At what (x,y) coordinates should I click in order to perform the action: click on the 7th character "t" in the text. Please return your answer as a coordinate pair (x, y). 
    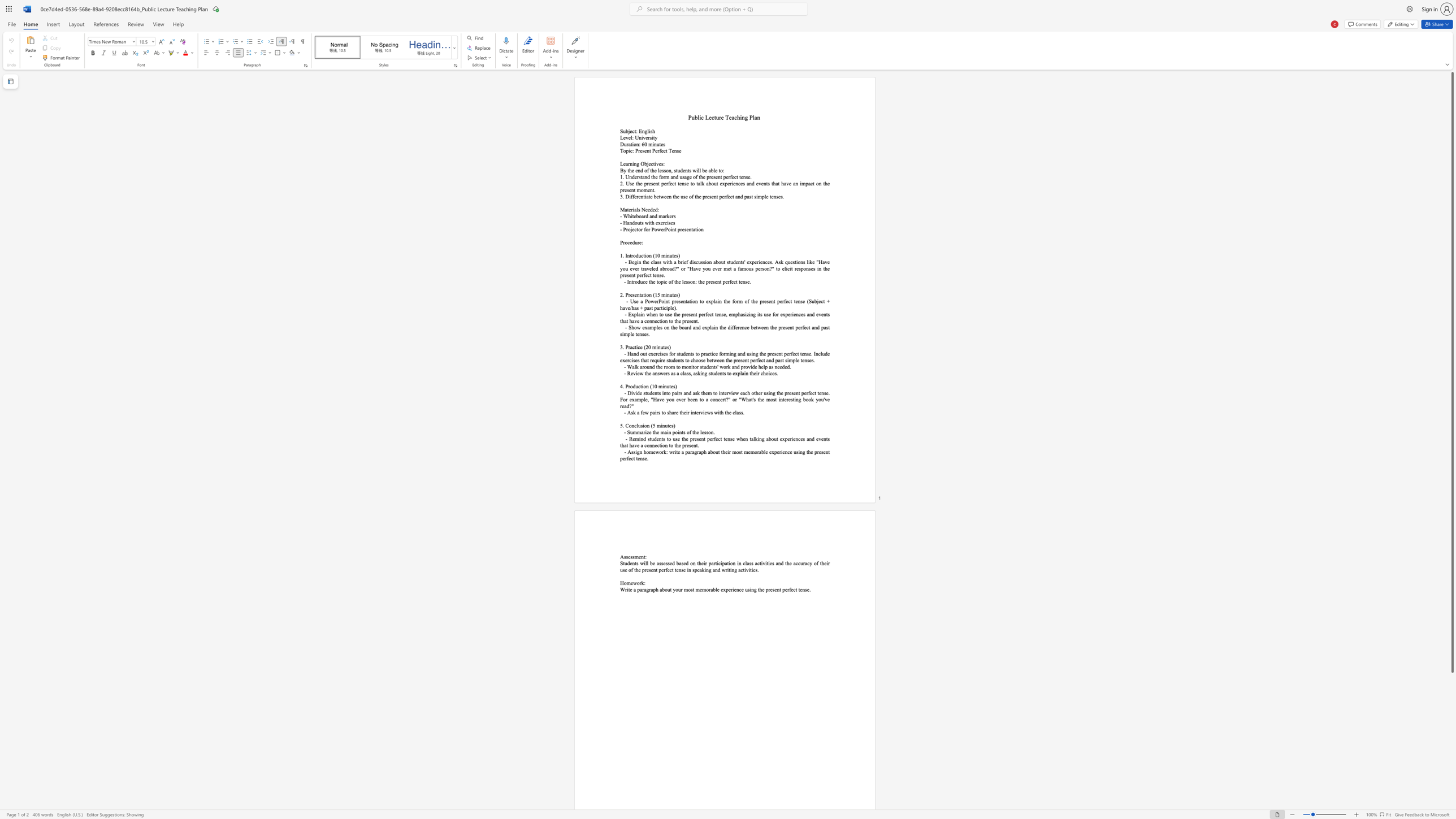
    Looking at the image, I should click on (828, 327).